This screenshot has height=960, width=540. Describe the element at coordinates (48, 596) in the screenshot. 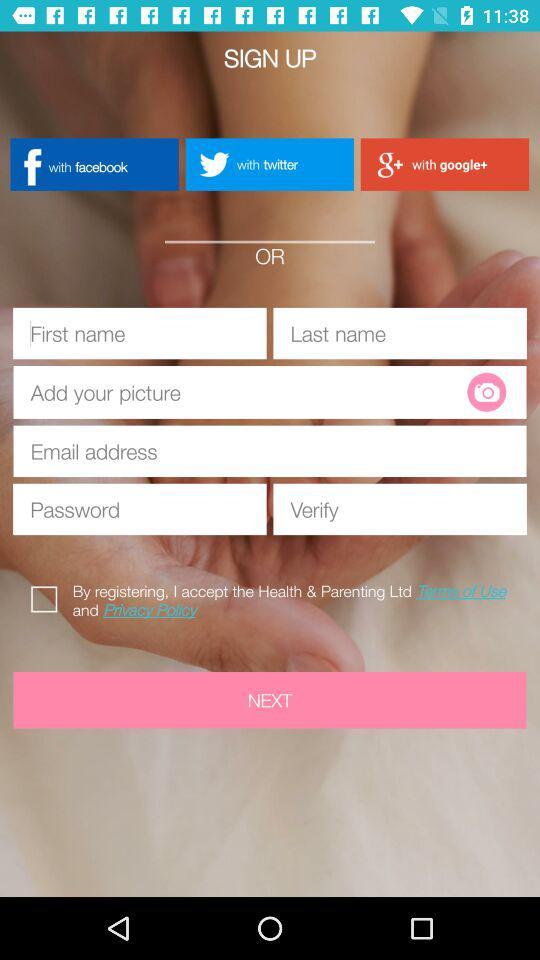

I see `icon to the left of the by registering i icon` at that location.